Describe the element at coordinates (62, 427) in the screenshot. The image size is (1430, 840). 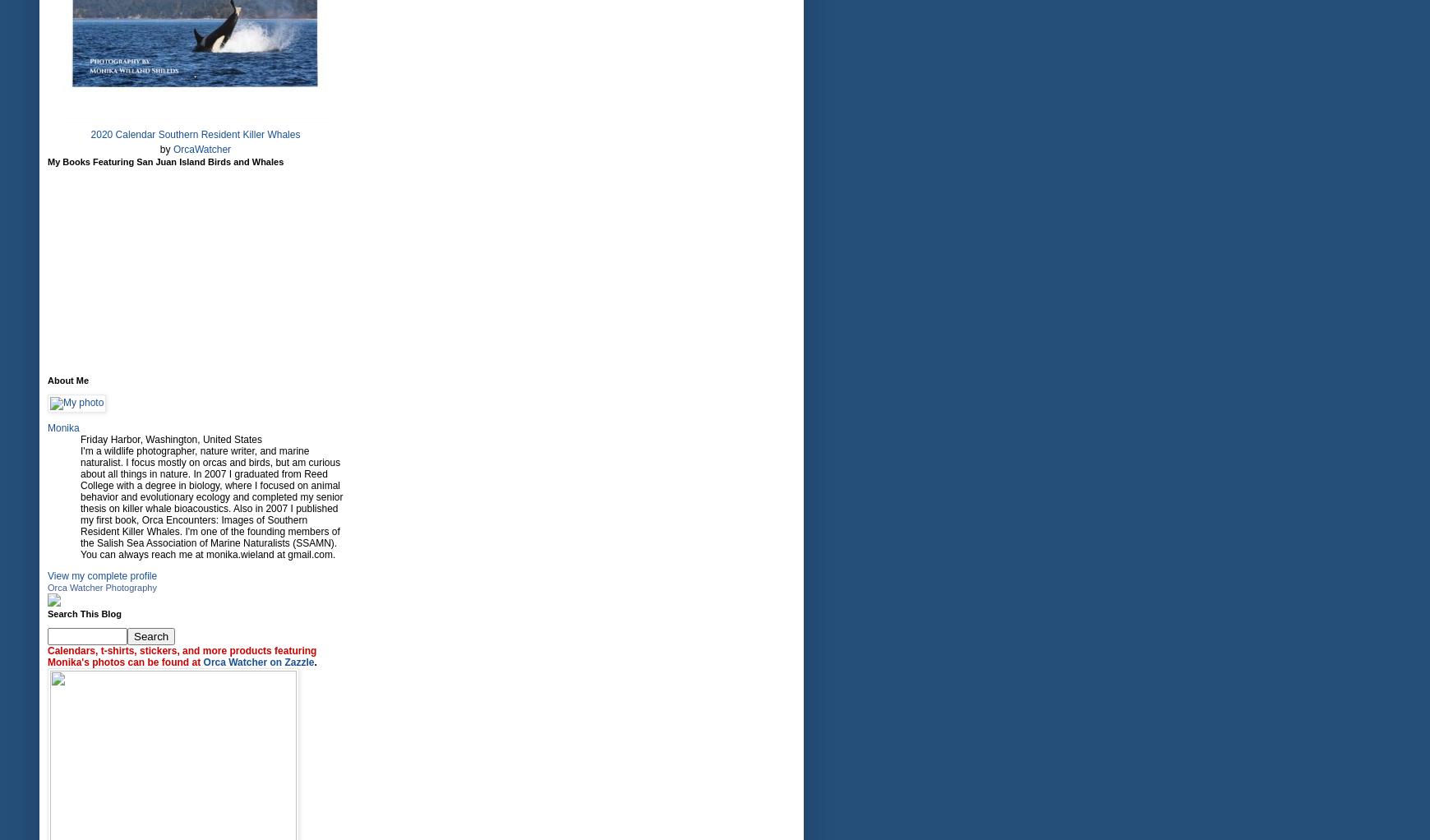
I see `'Monika'` at that location.